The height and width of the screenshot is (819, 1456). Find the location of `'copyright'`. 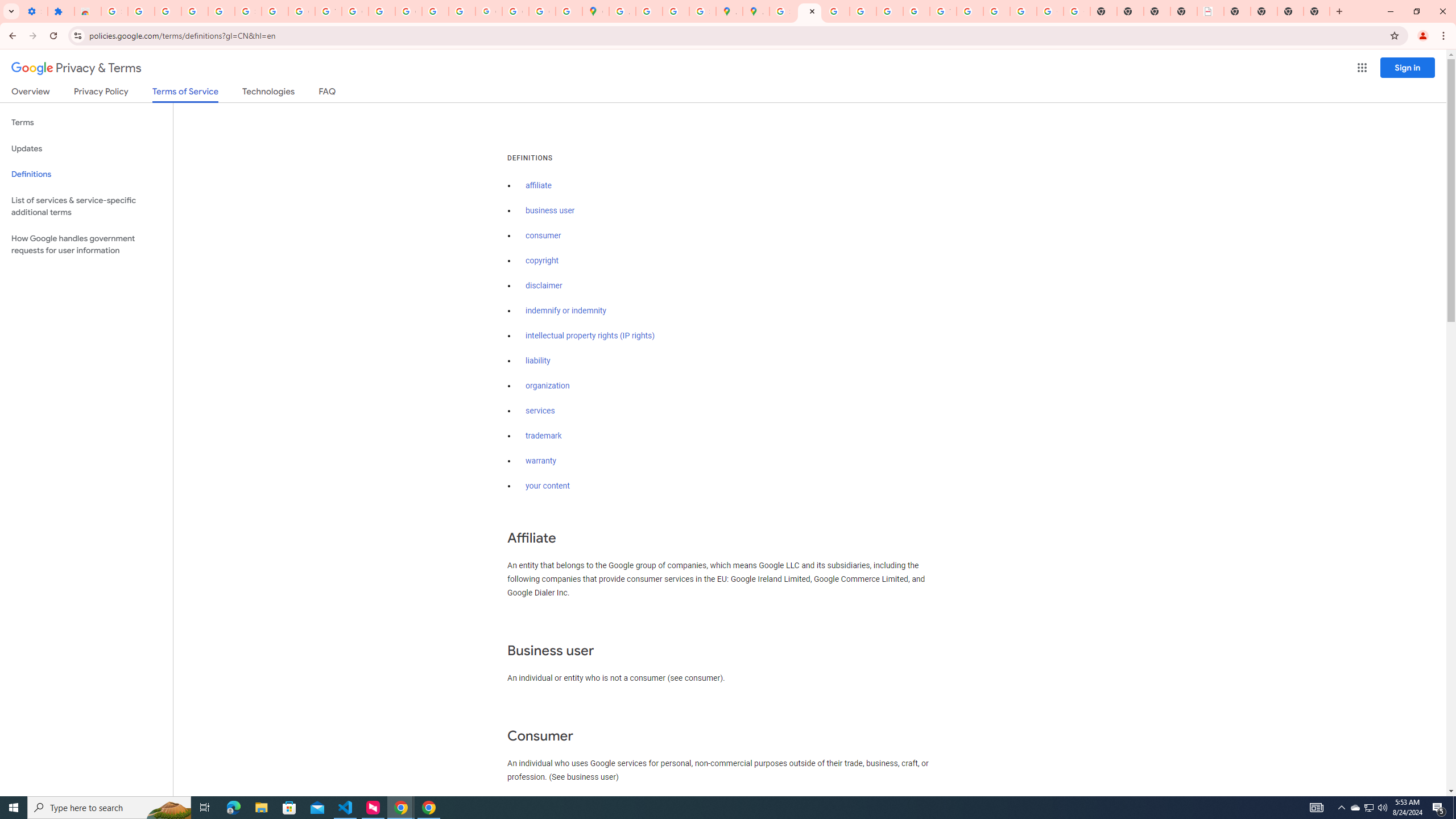

'copyright' is located at coordinates (542, 260).